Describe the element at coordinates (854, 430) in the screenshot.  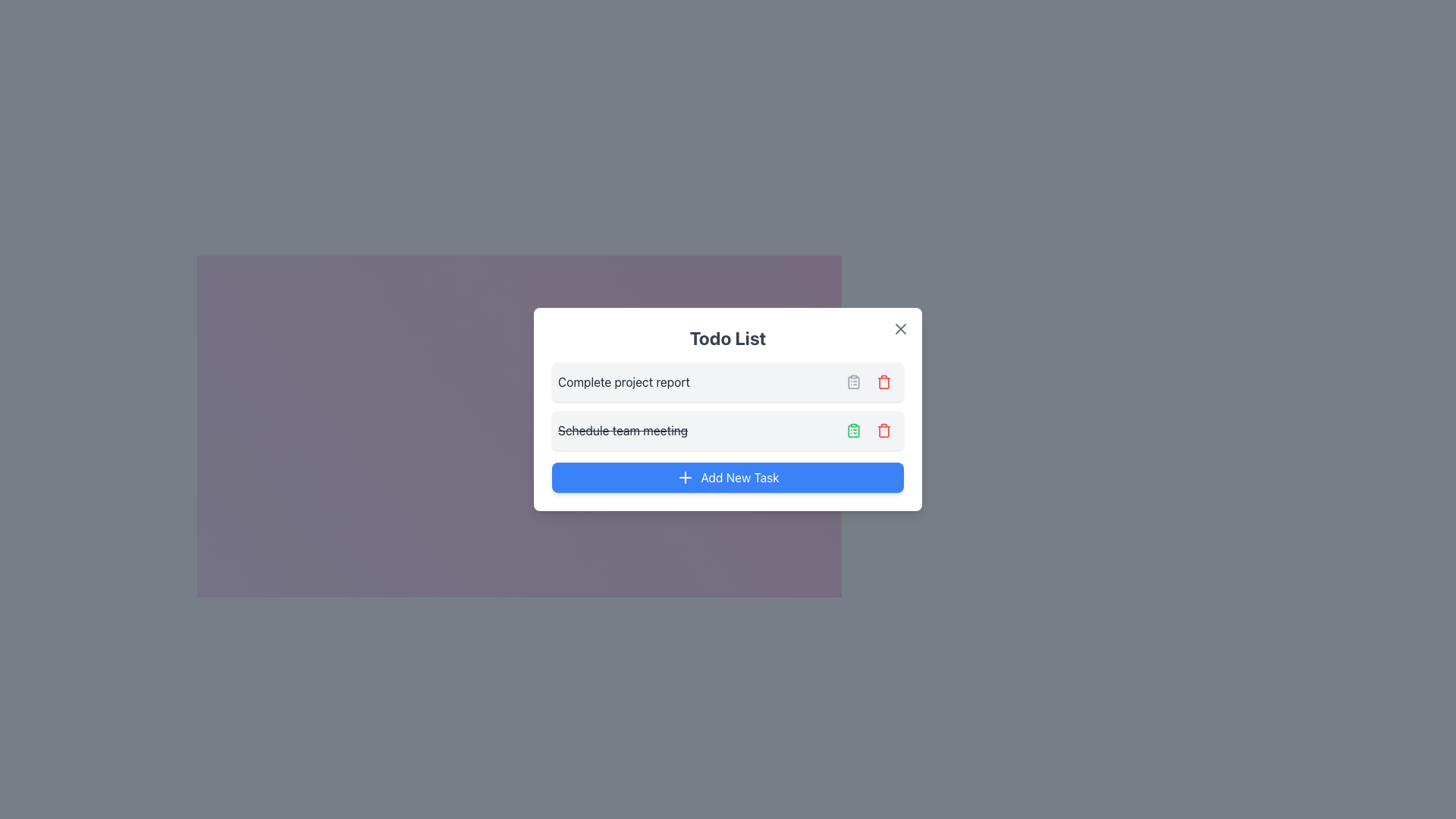
I see `the clipboard icon located to the right of the task title in the second task of the to-do list interface` at that location.